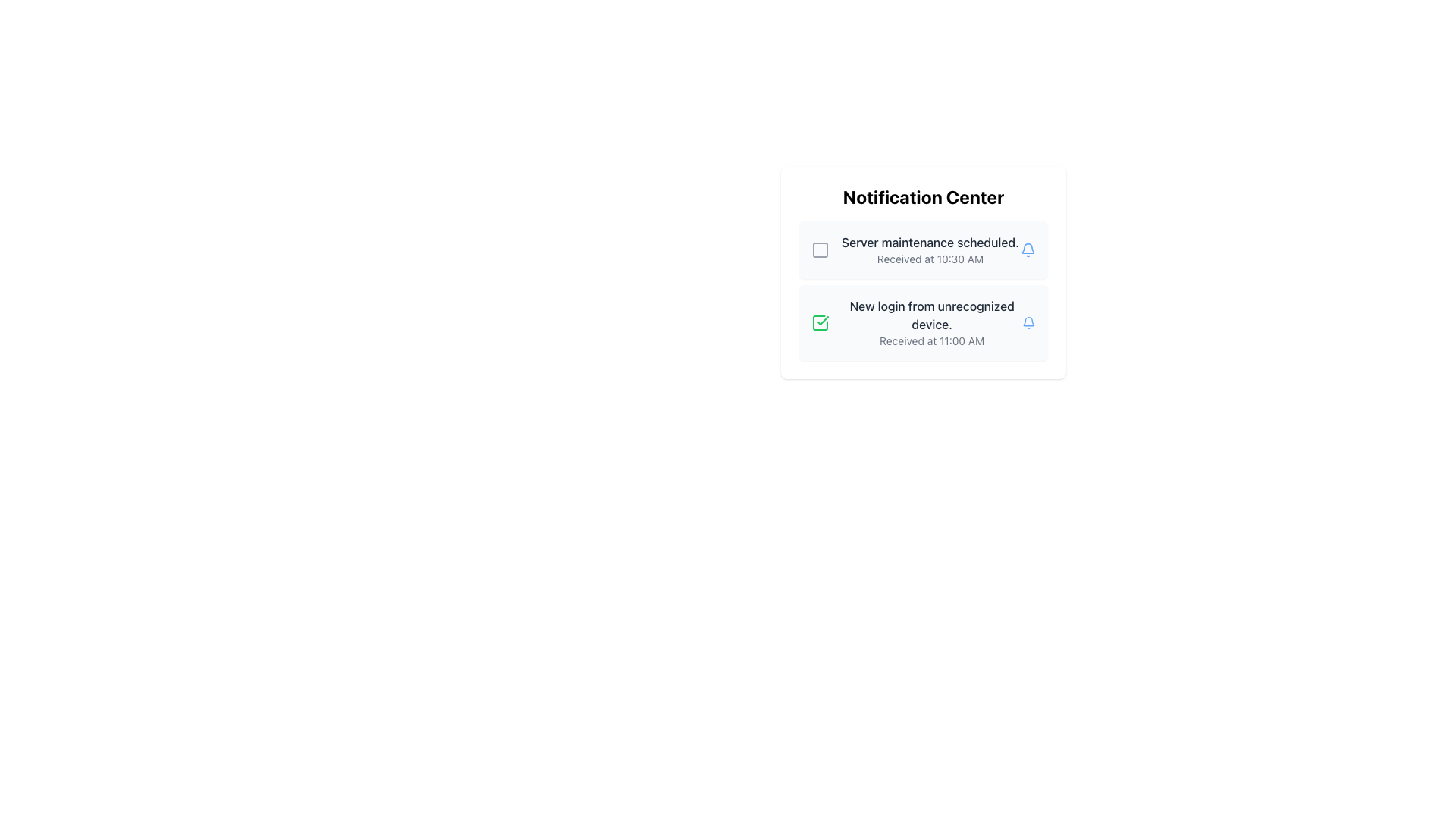 This screenshot has height=819, width=1456. What do you see at coordinates (923, 249) in the screenshot?
I see `the first notification item in the Notification Center that displays information about scheduled server maintenance` at bounding box center [923, 249].